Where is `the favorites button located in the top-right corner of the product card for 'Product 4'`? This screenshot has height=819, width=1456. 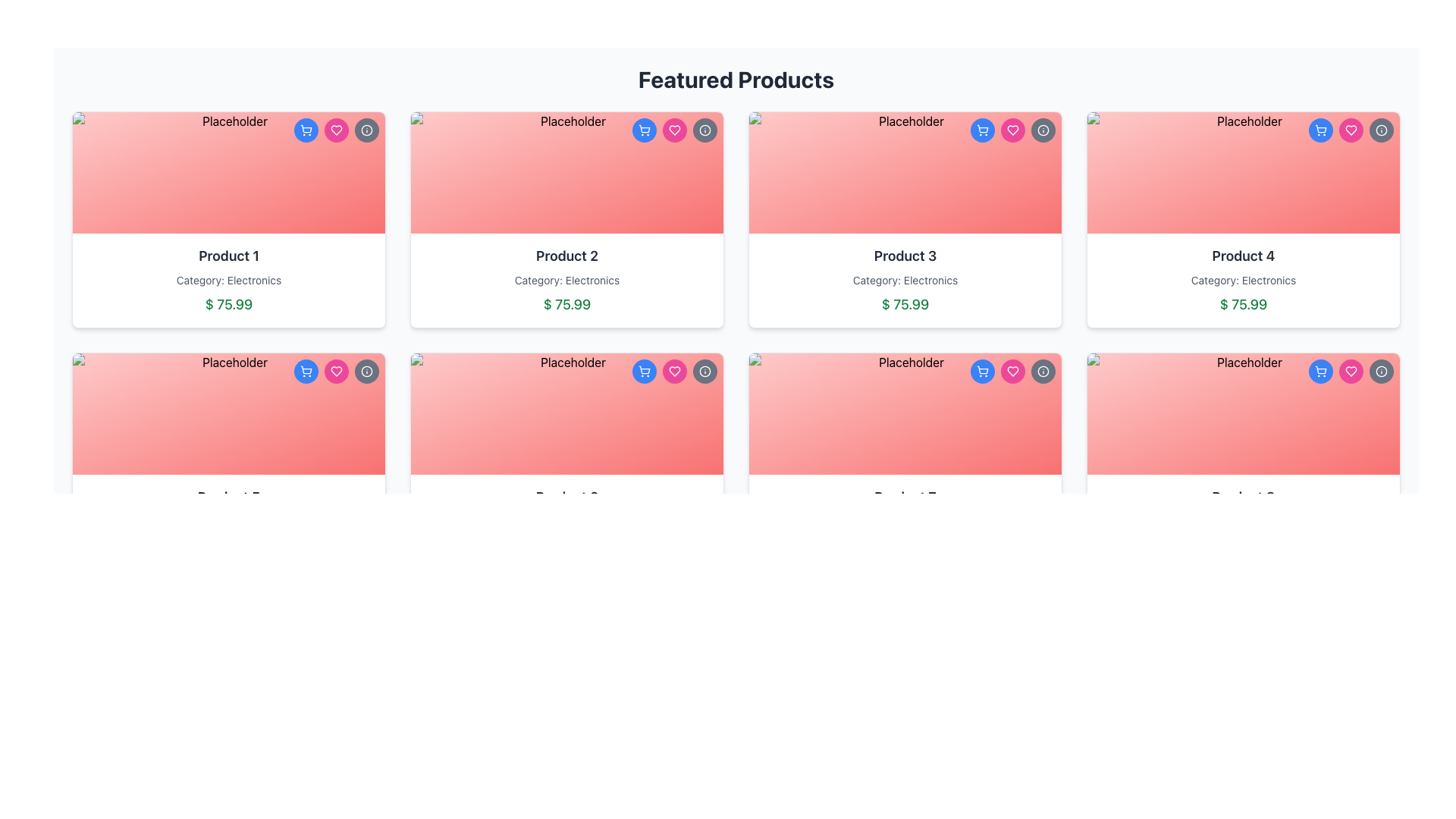
the favorites button located in the top-right corner of the product card for 'Product 4' is located at coordinates (1351, 130).